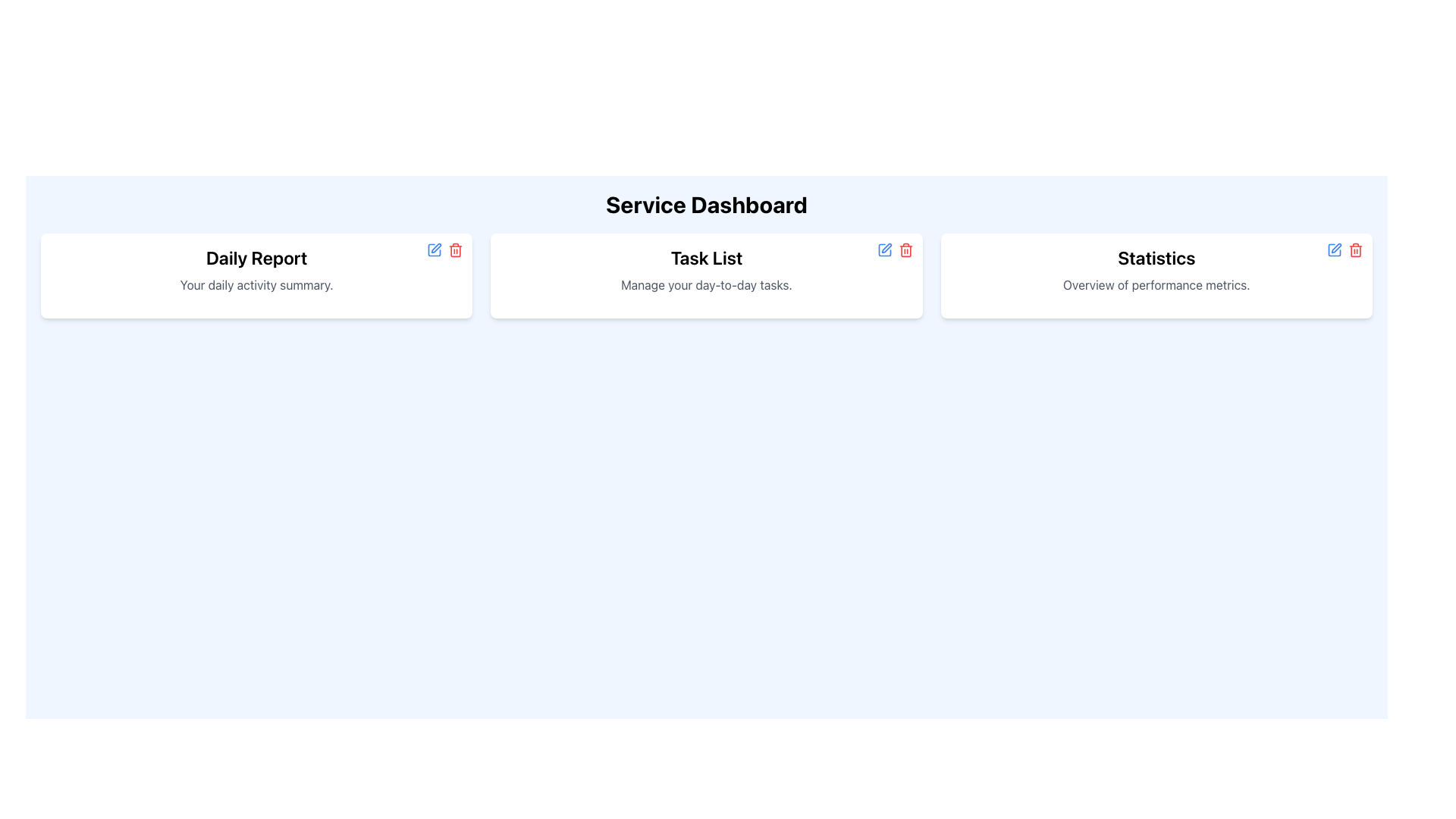 The height and width of the screenshot is (819, 1456). Describe the element at coordinates (434, 249) in the screenshot. I see `the edit icon button in the top-right corner of the 'Daily Report' card` at that location.